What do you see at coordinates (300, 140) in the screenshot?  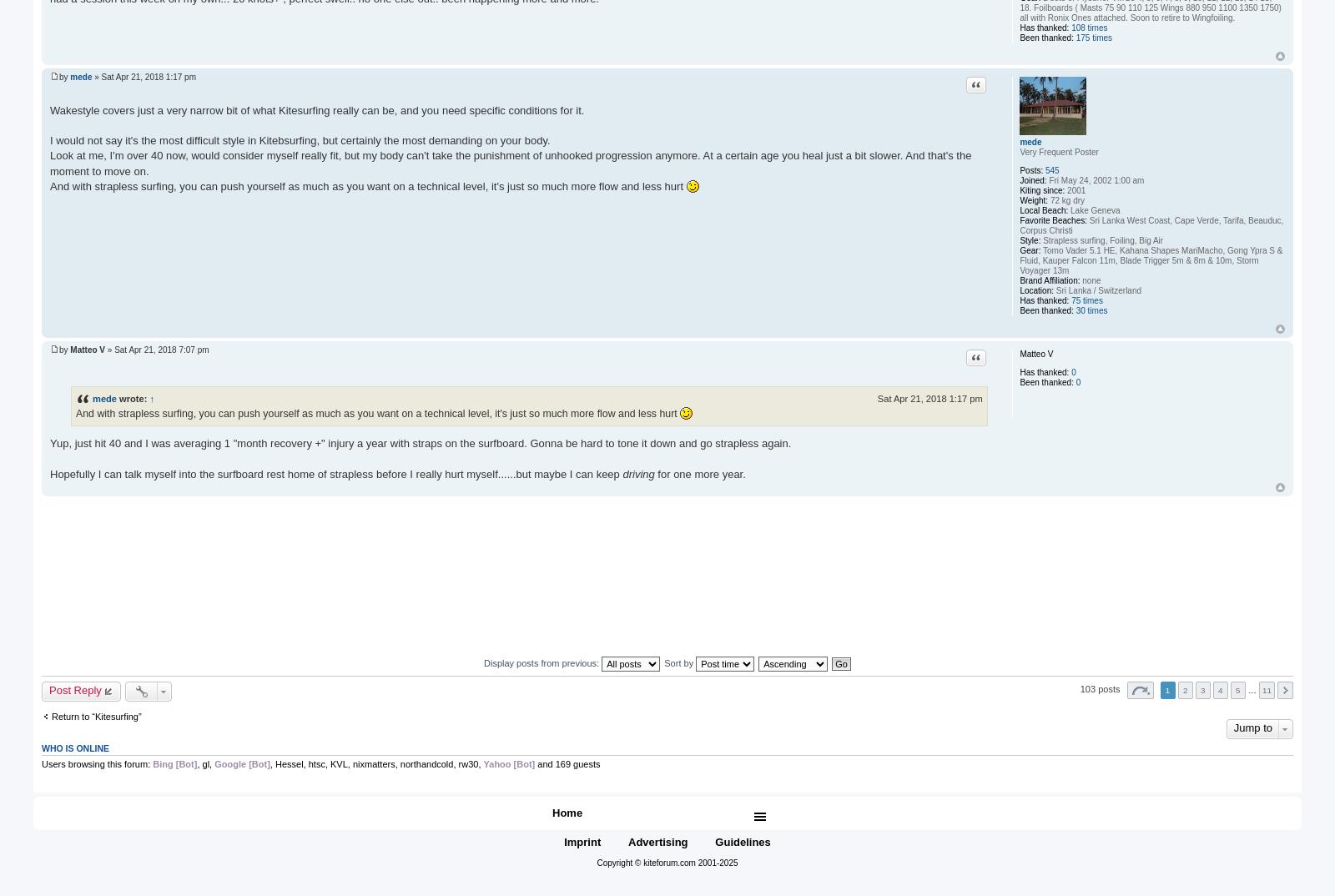 I see `'I would not say it's the most difficult style in Kitebsurfing, but certainly the most demanding on your body.'` at bounding box center [300, 140].